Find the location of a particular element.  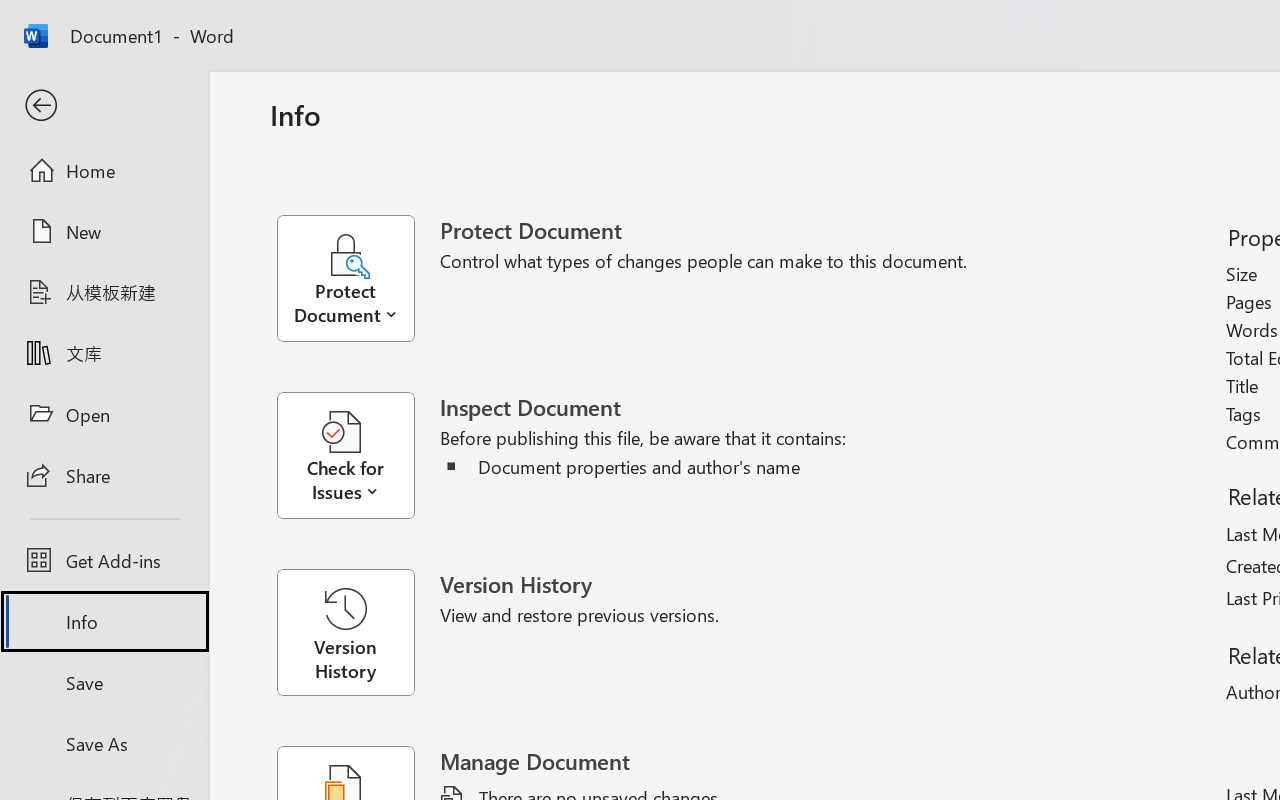

'Check for Issues' is located at coordinates (358, 454).